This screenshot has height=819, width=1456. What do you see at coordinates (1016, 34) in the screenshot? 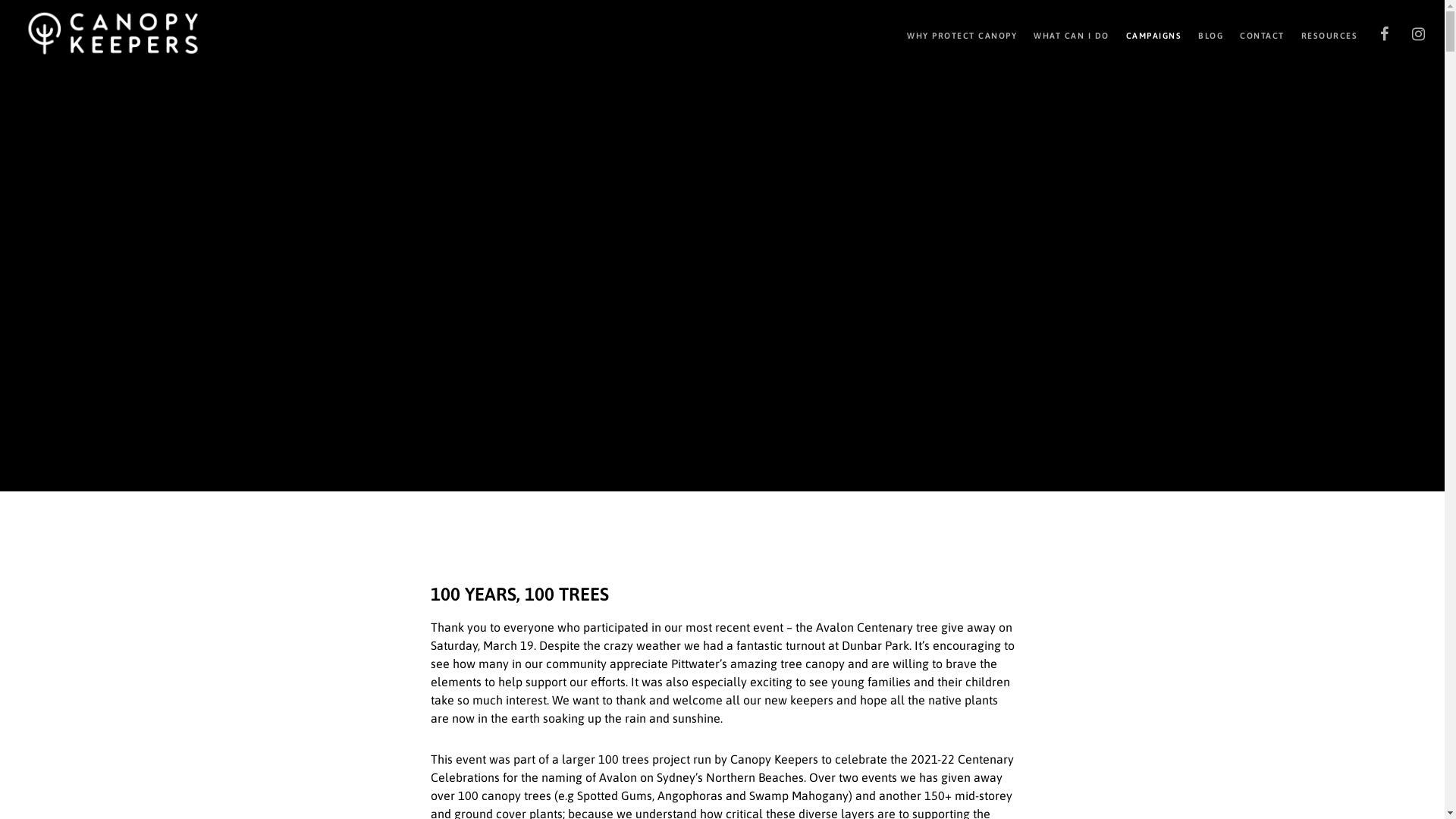
I see `'WHAT CAN I DO'` at bounding box center [1016, 34].